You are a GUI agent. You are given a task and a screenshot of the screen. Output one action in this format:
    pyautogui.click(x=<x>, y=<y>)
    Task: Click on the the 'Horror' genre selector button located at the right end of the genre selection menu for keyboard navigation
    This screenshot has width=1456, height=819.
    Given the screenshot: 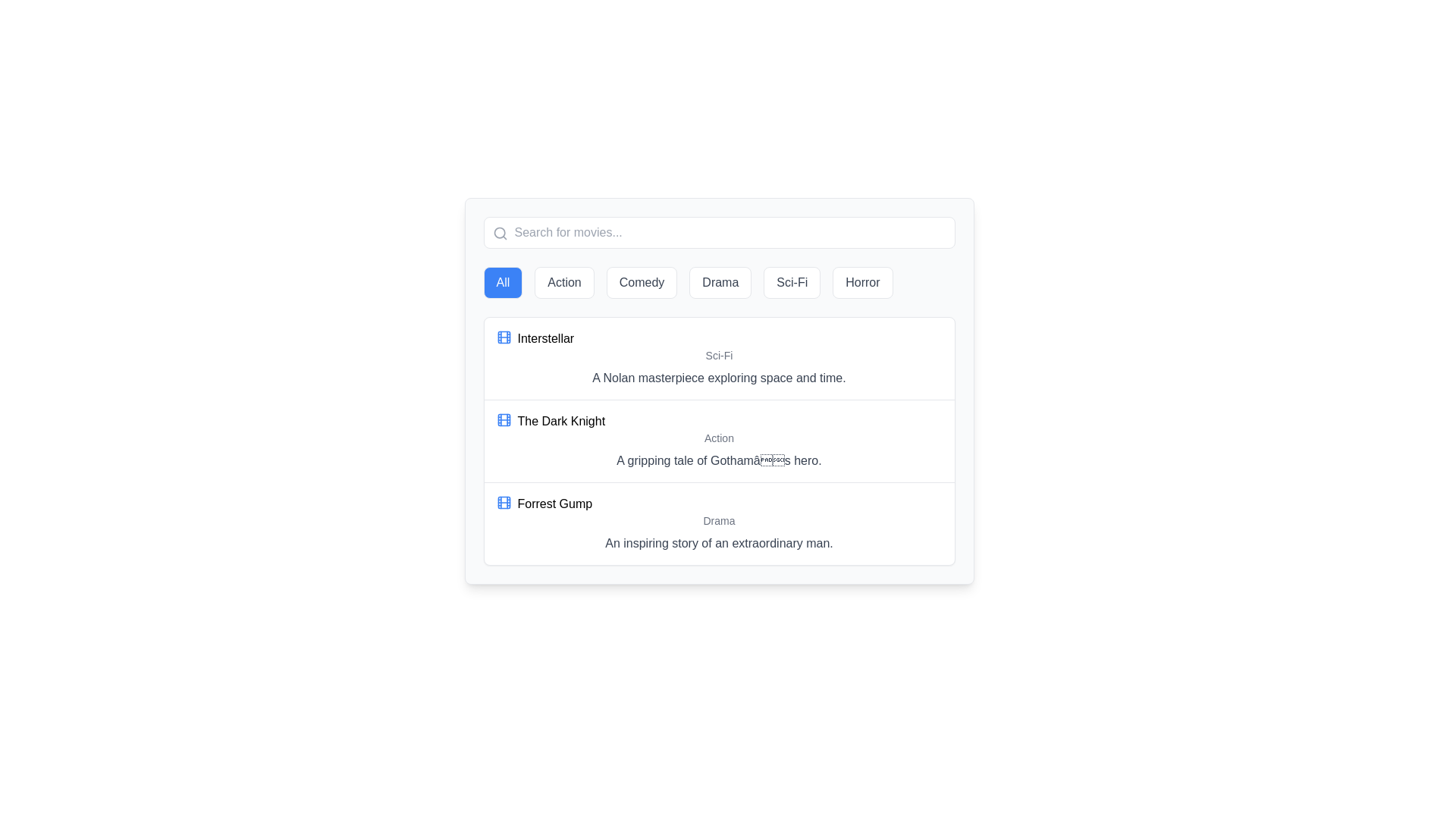 What is the action you would take?
    pyautogui.click(x=862, y=283)
    